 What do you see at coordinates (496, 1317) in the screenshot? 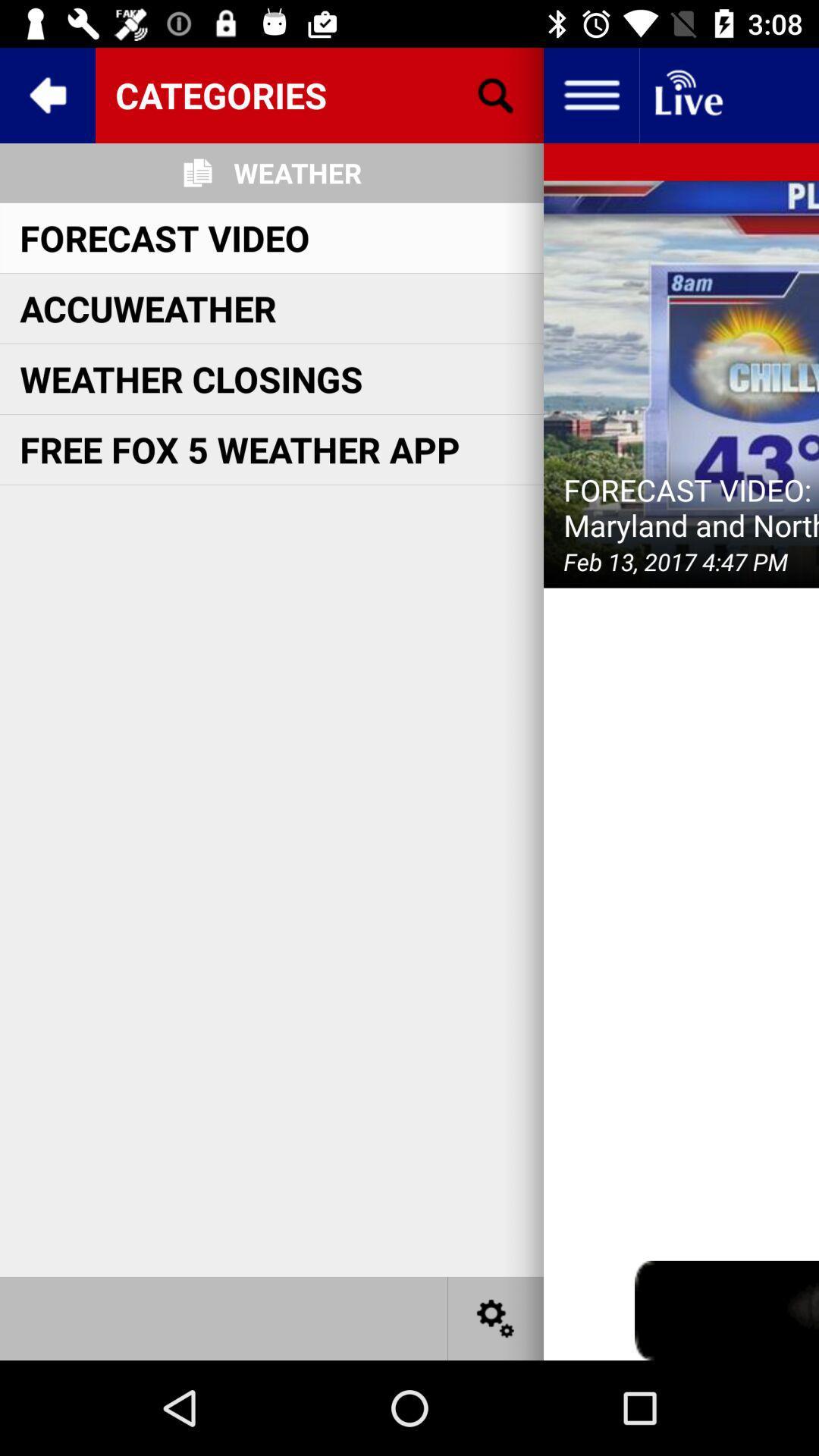
I see `settings` at bounding box center [496, 1317].